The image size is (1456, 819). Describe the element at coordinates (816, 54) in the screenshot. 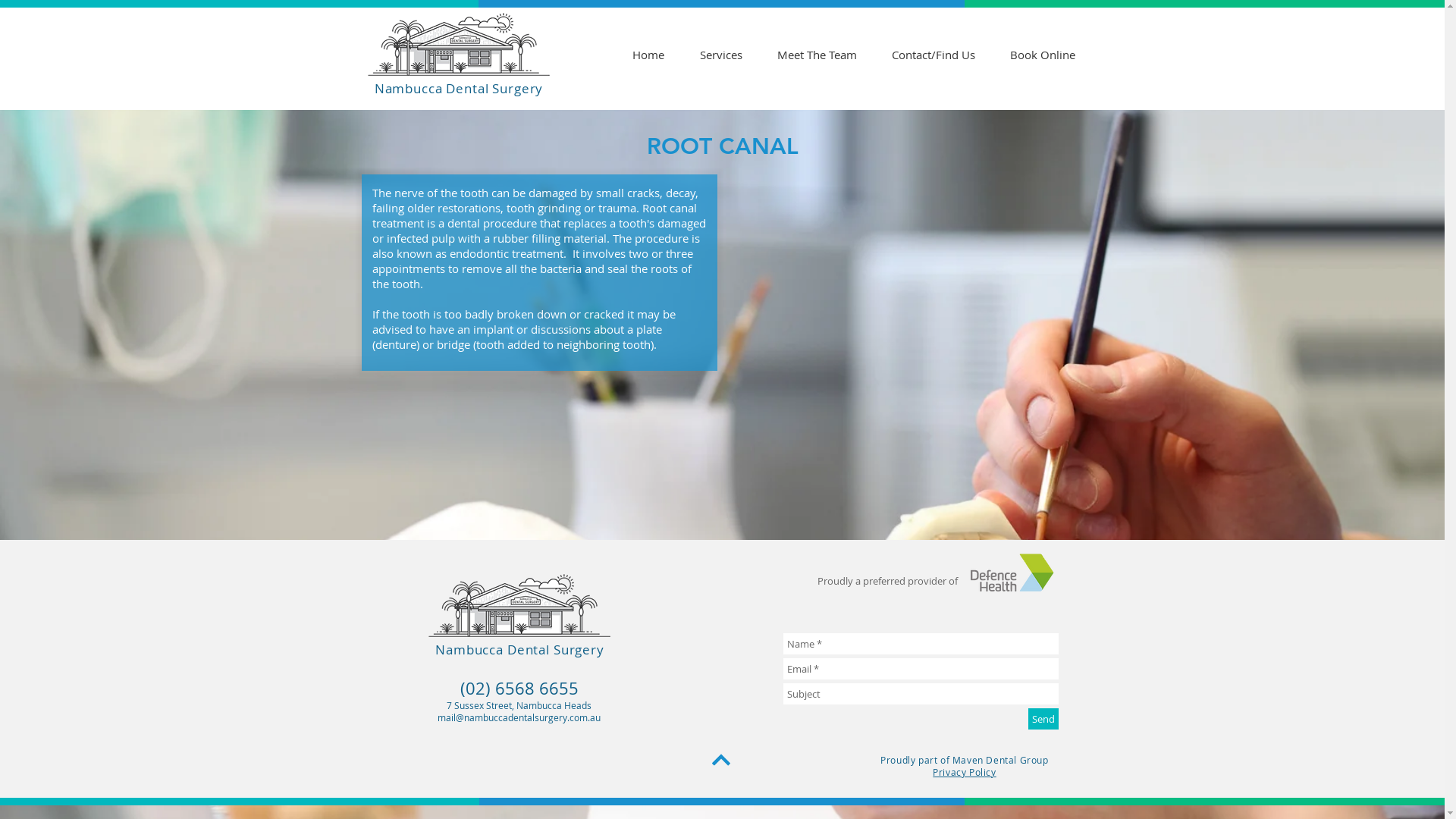

I see `'Meet The Team'` at that location.